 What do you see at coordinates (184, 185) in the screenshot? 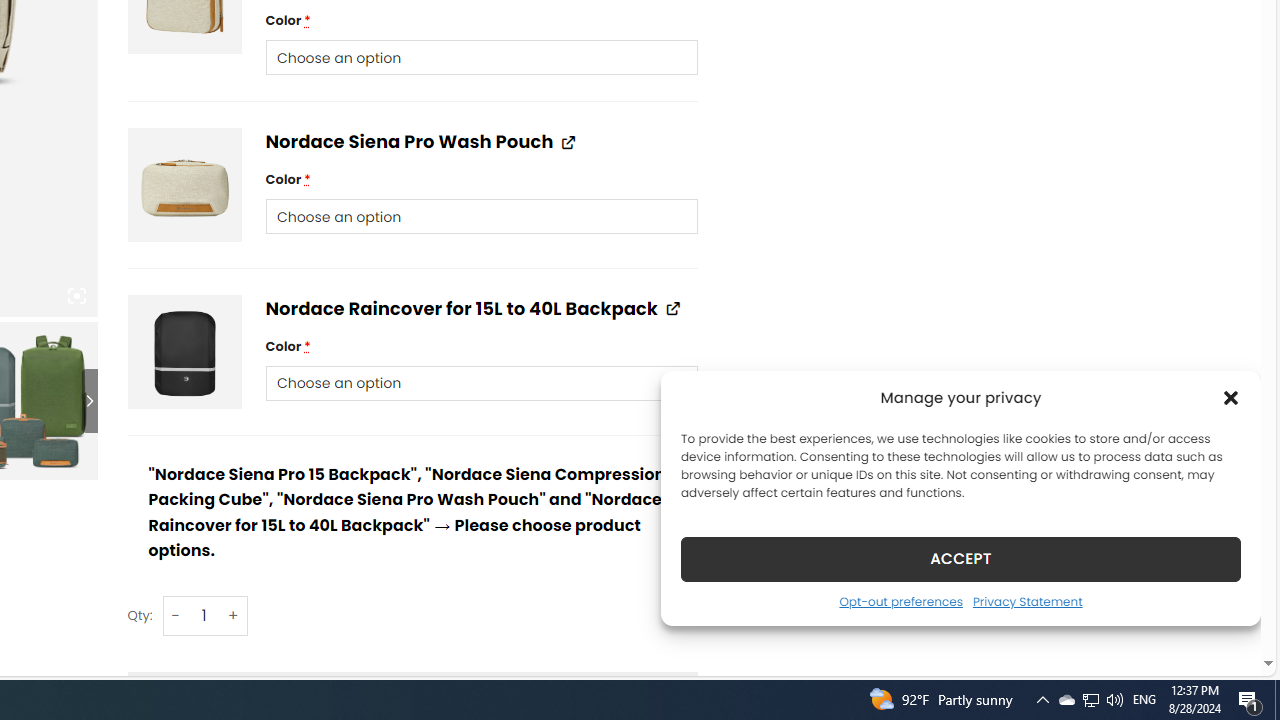
I see `'6G8A1459'` at bounding box center [184, 185].